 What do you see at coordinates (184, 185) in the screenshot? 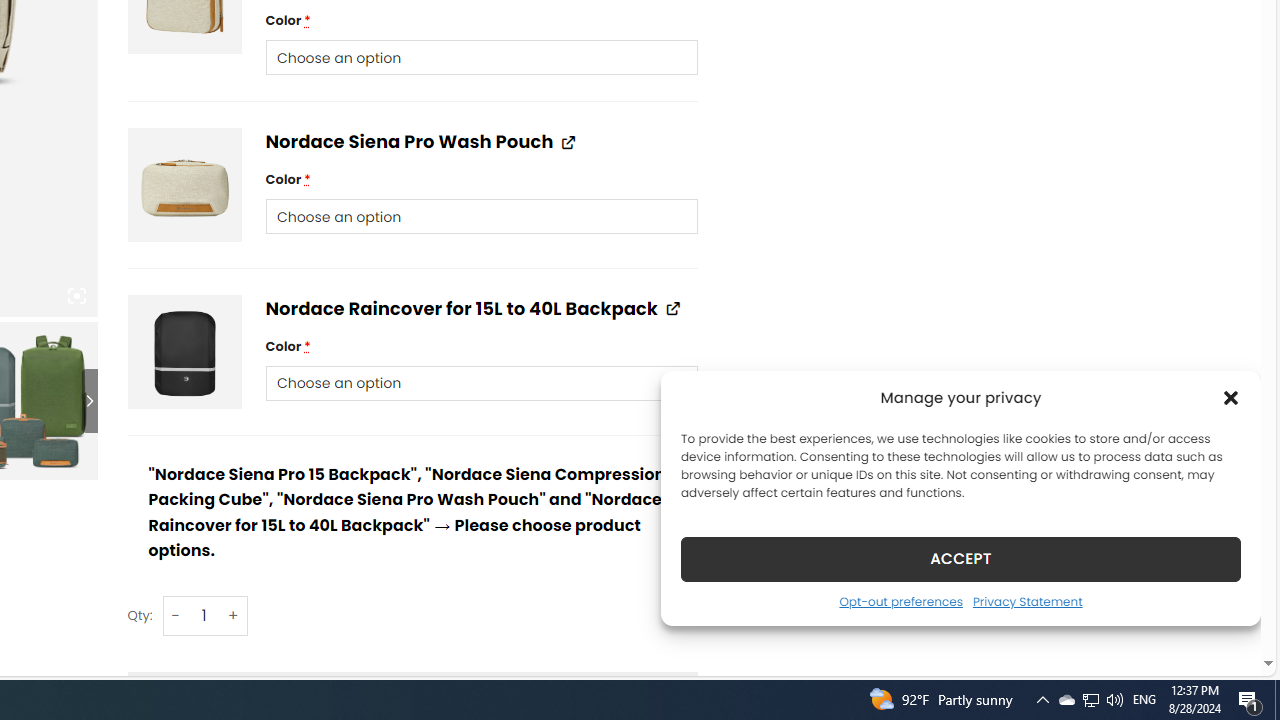
I see `'6G8A1459'` at bounding box center [184, 185].